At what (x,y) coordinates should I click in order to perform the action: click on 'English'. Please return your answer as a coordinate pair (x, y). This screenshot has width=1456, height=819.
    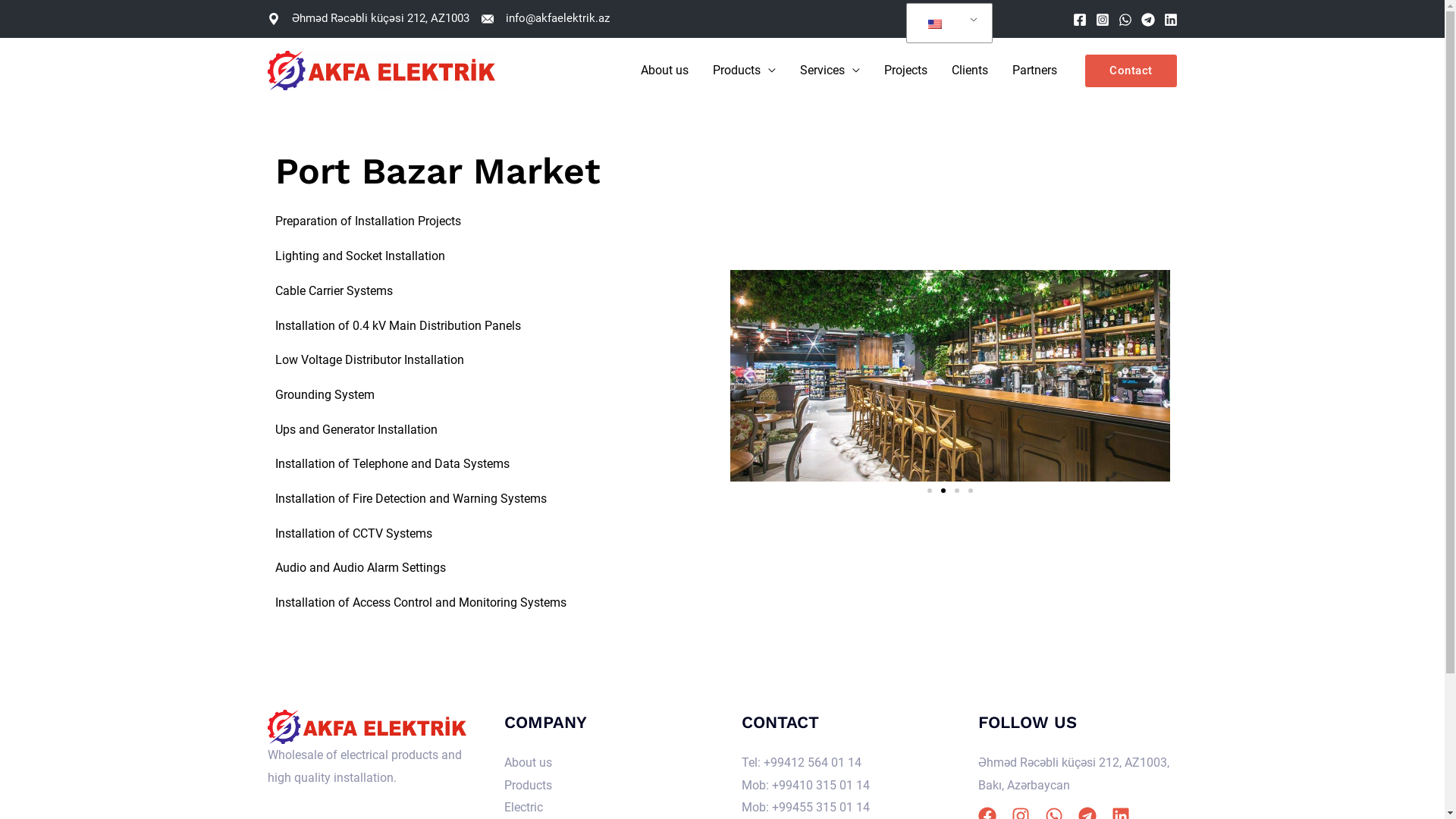
    Looking at the image, I should click on (945, 23).